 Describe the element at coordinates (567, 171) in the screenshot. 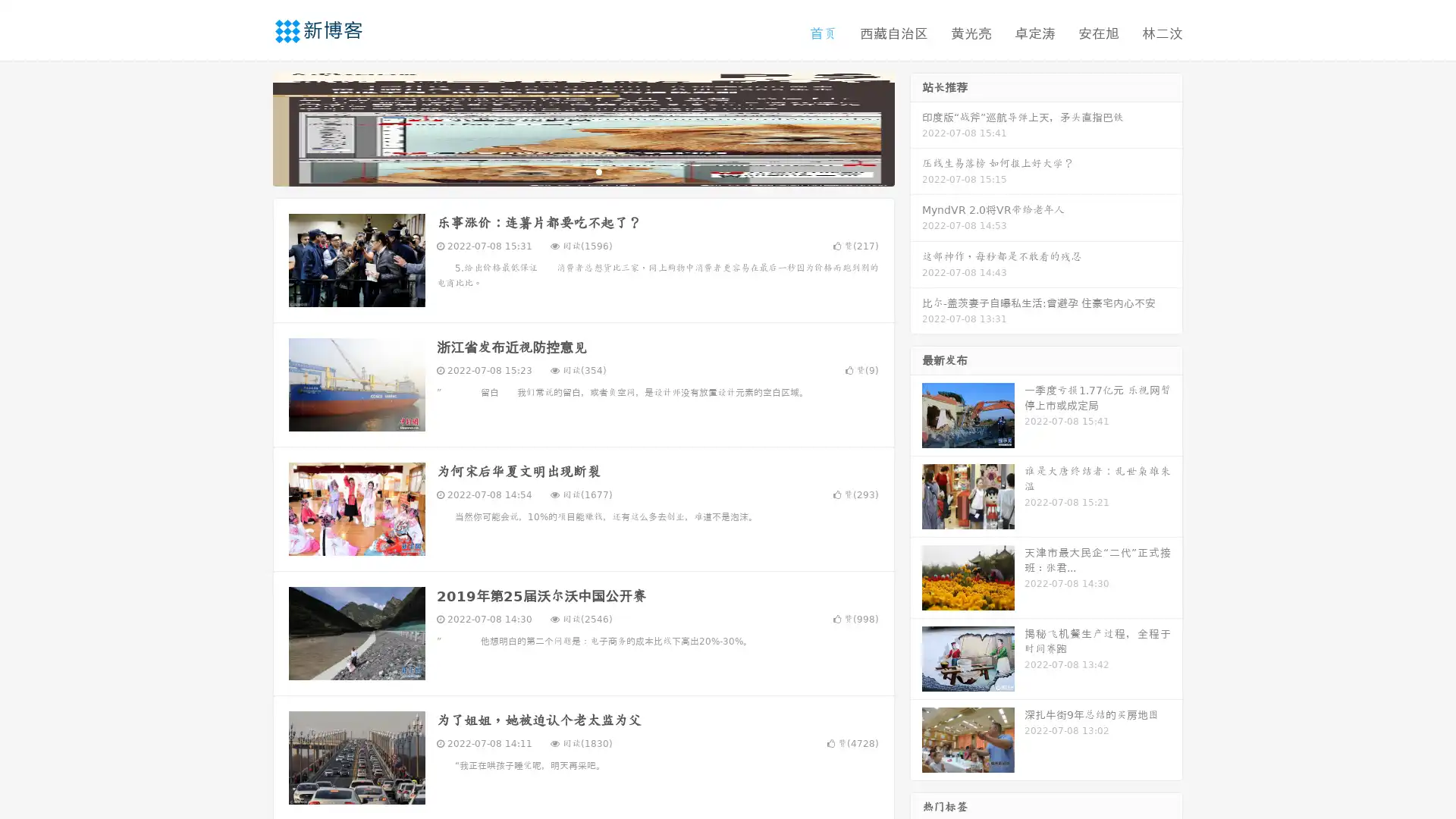

I see `Go to slide 1` at that location.